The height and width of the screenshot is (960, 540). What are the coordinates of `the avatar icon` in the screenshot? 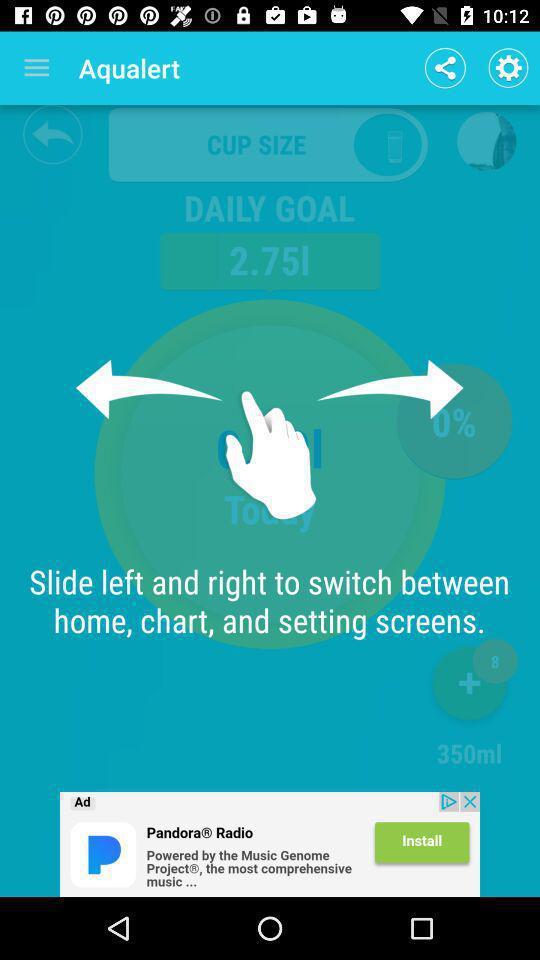 It's located at (485, 140).